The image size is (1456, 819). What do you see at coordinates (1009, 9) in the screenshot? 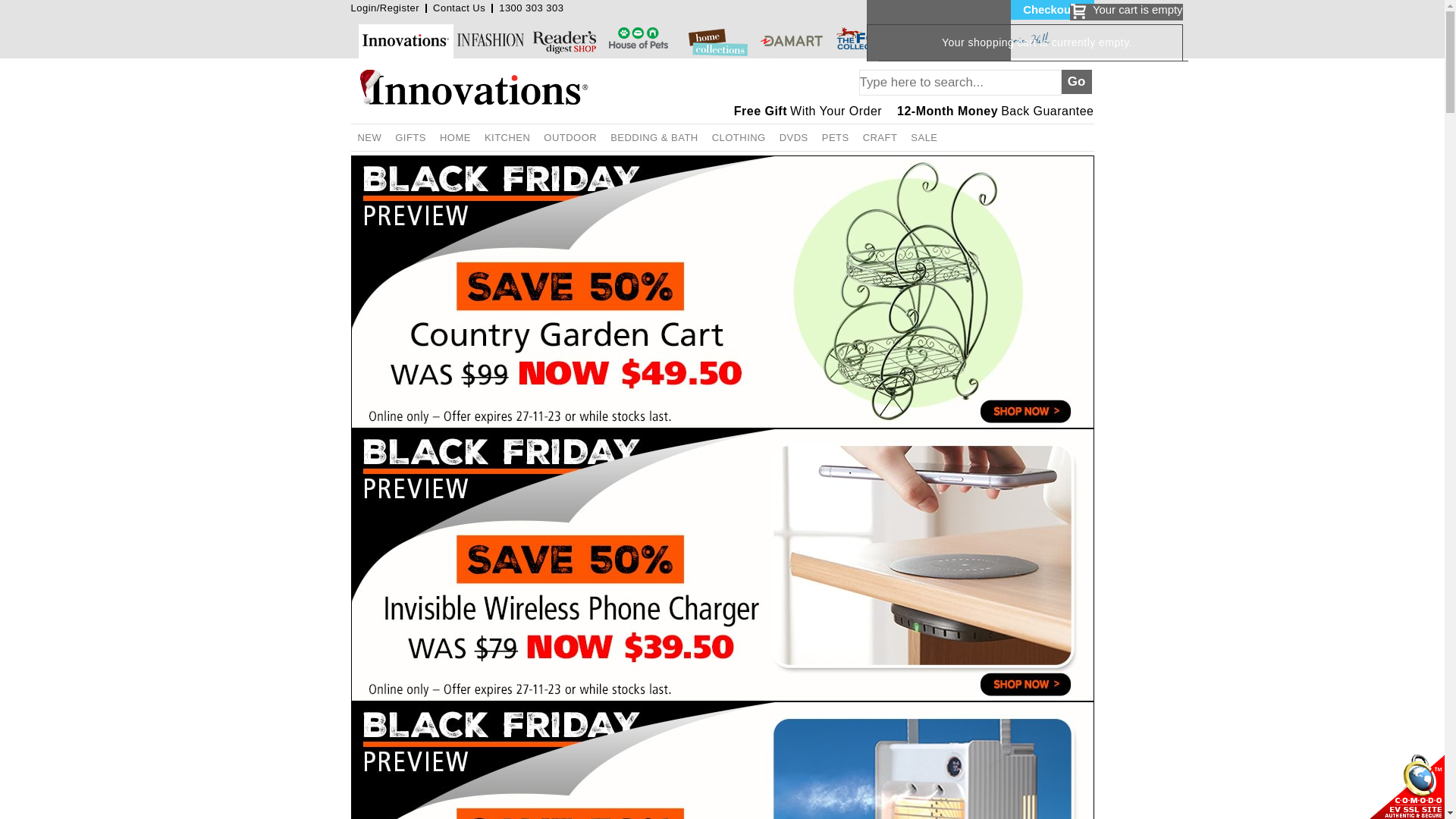
I see `'Checkout >'` at bounding box center [1009, 9].